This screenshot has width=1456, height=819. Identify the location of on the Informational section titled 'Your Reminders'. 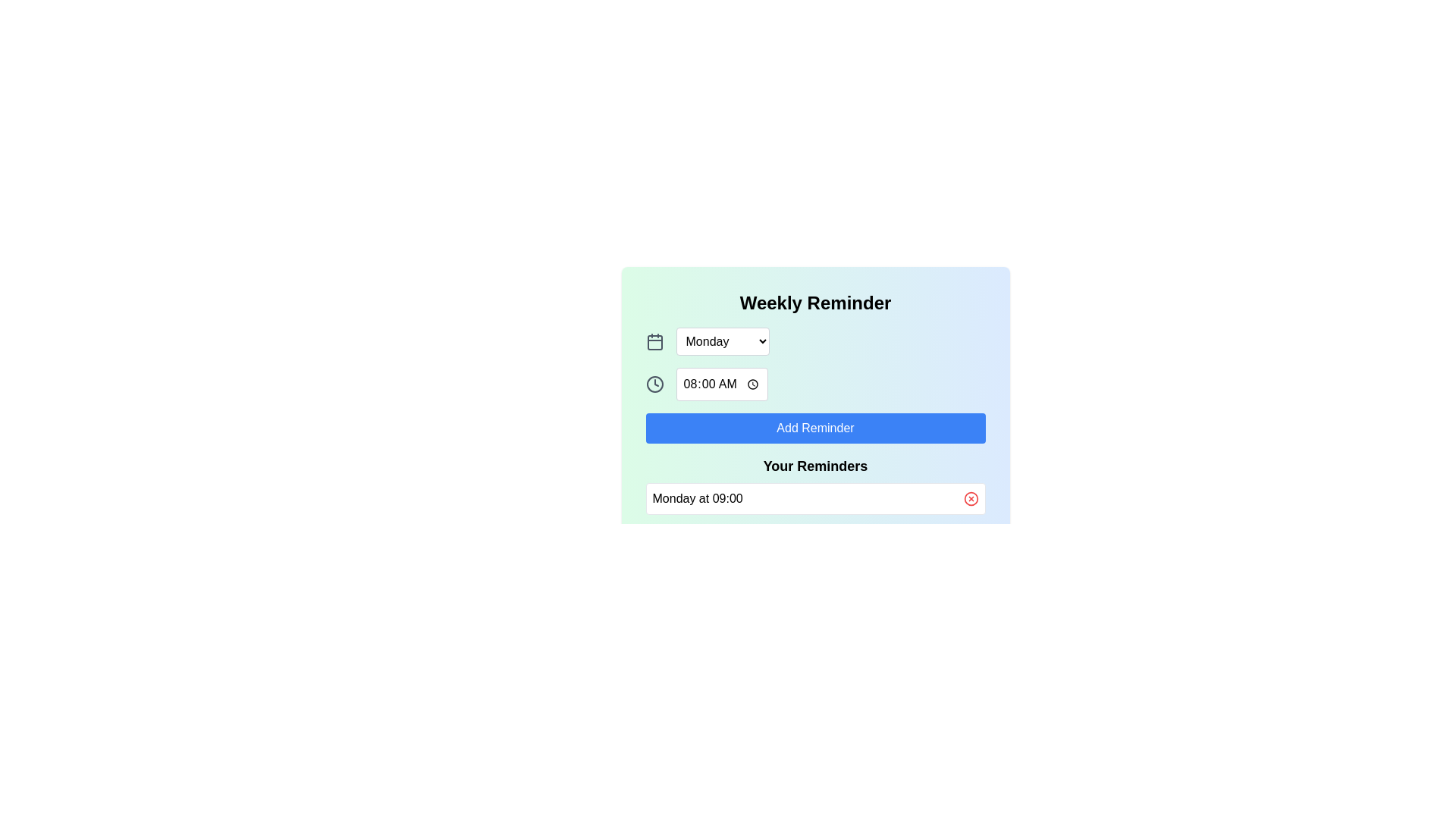
(814, 485).